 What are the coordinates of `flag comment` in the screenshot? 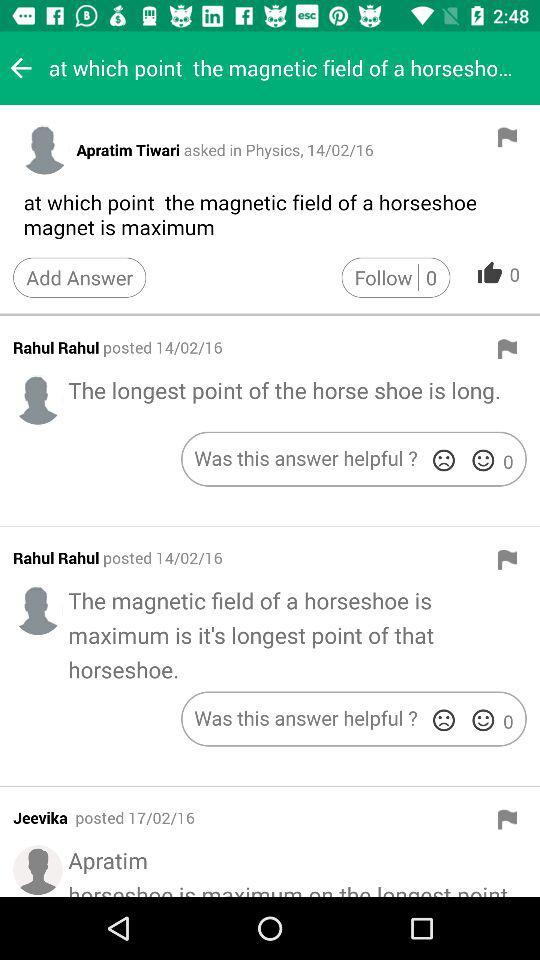 It's located at (507, 559).